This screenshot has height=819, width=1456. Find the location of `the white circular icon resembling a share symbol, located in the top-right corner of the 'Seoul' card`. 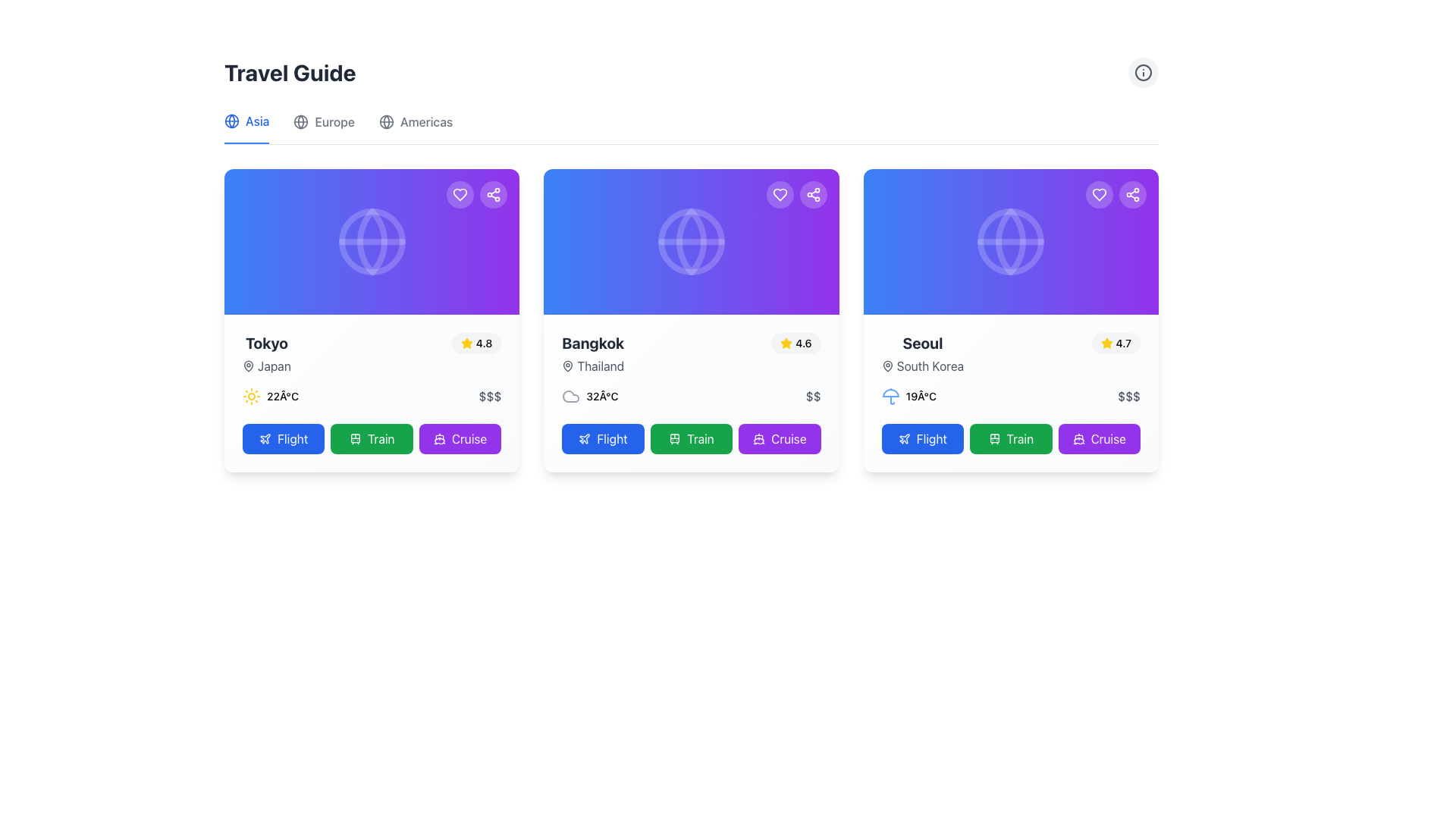

the white circular icon resembling a share symbol, located in the top-right corner of the 'Seoul' card is located at coordinates (1132, 194).